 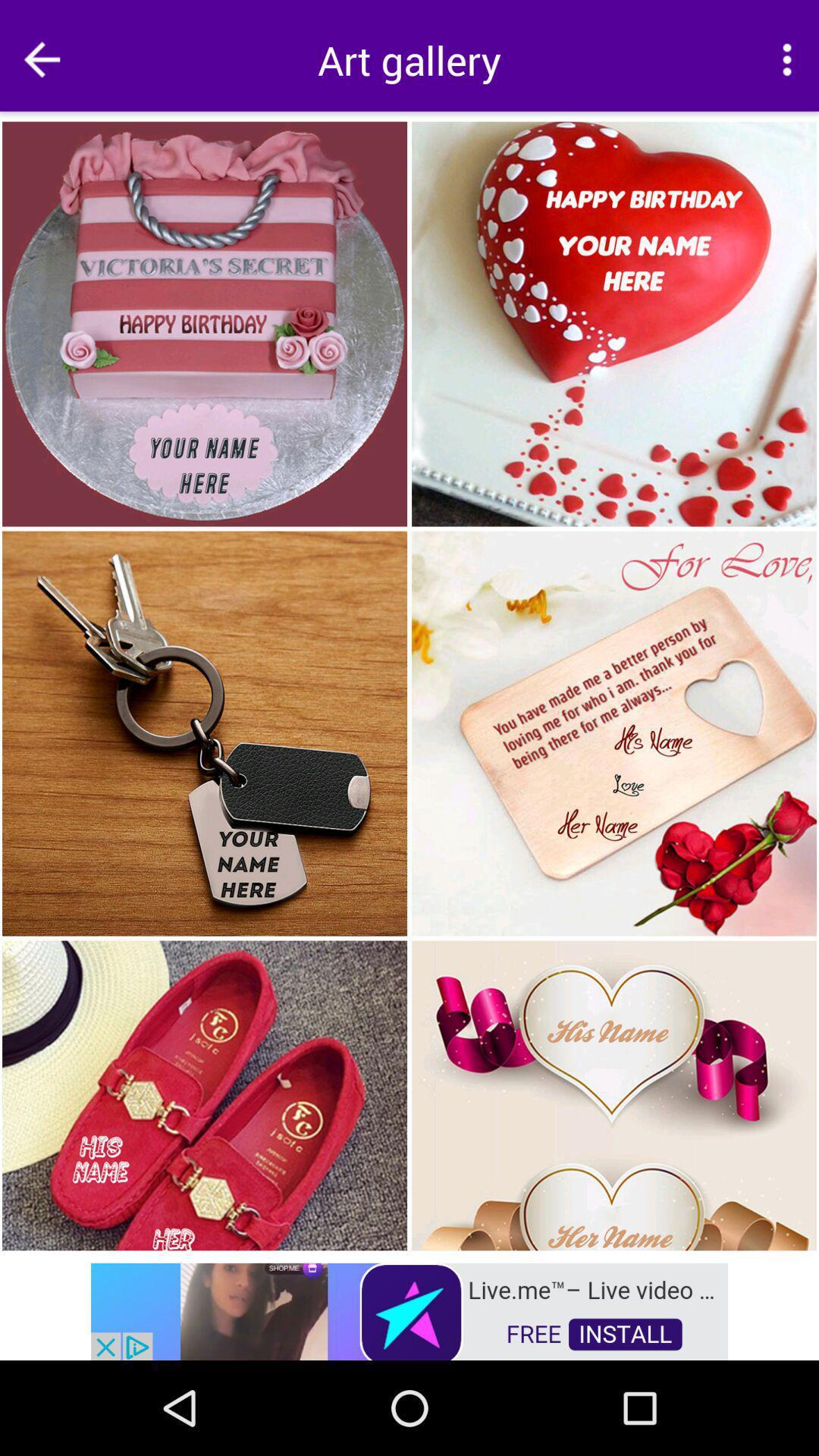 What do you see at coordinates (786, 59) in the screenshot?
I see `more option` at bounding box center [786, 59].